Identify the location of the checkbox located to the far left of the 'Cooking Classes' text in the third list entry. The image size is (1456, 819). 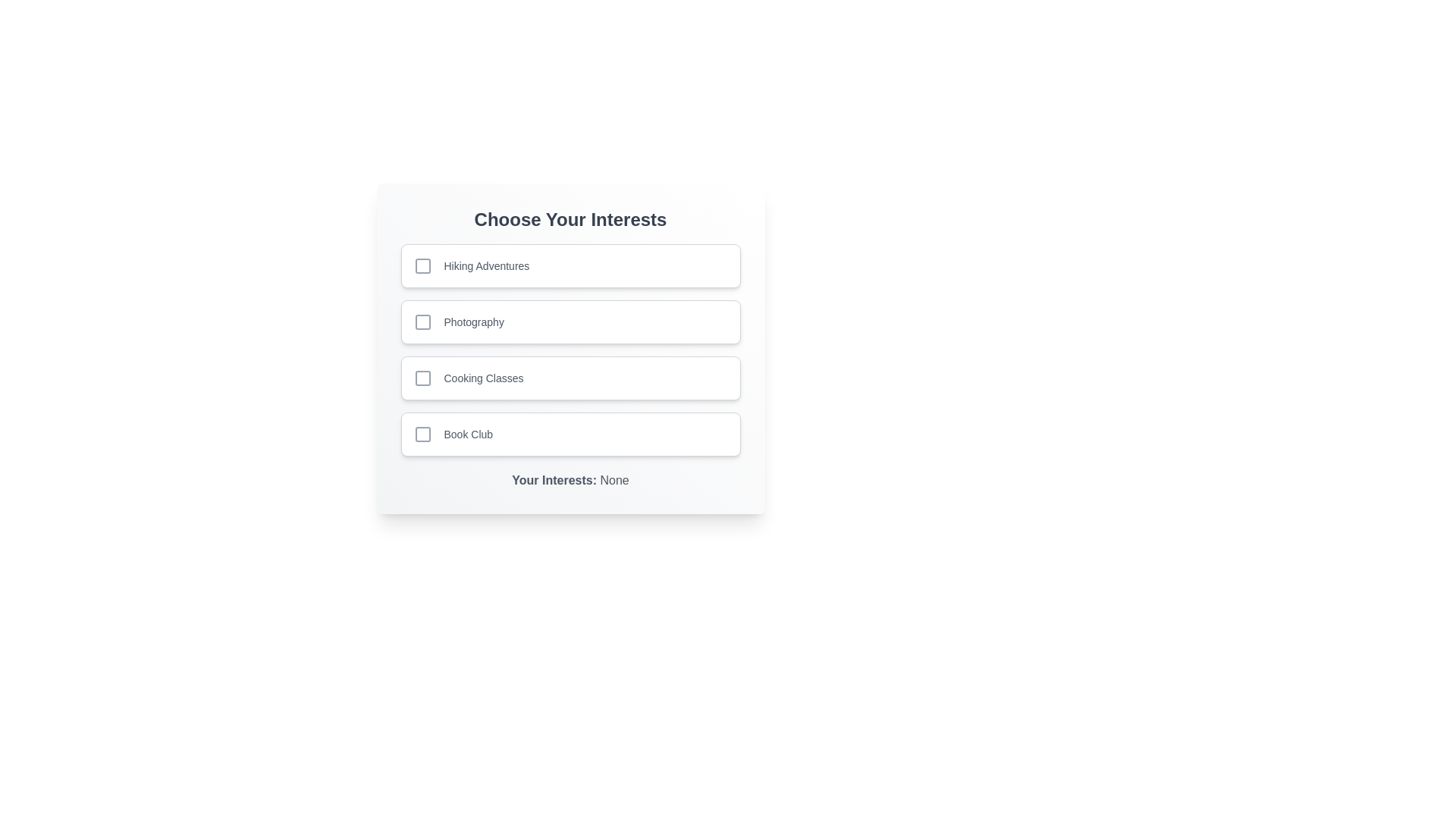
(422, 377).